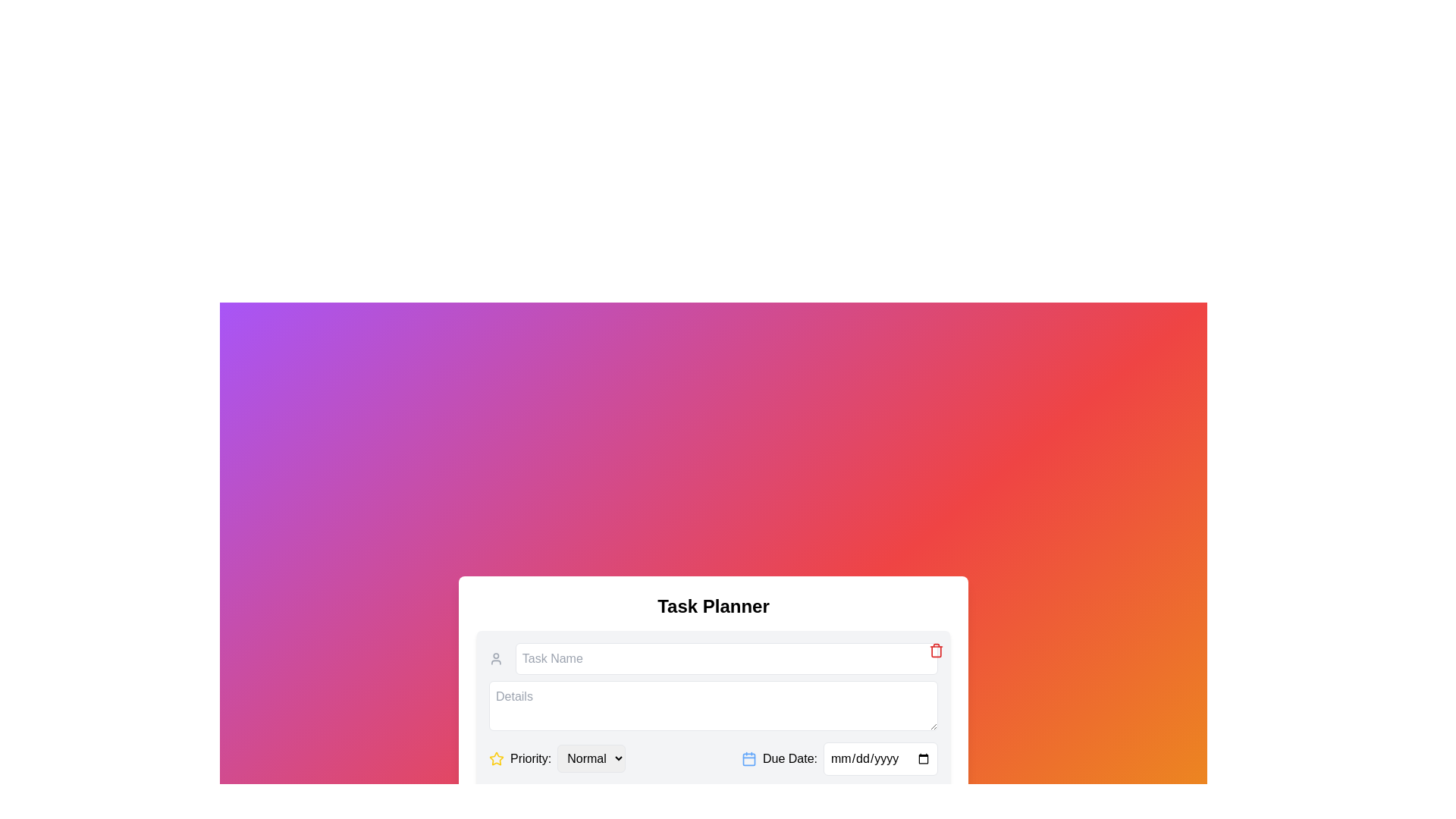 The width and height of the screenshot is (1456, 819). What do you see at coordinates (839, 758) in the screenshot?
I see `the Date input field labeled 'Due Date:'` at bounding box center [839, 758].